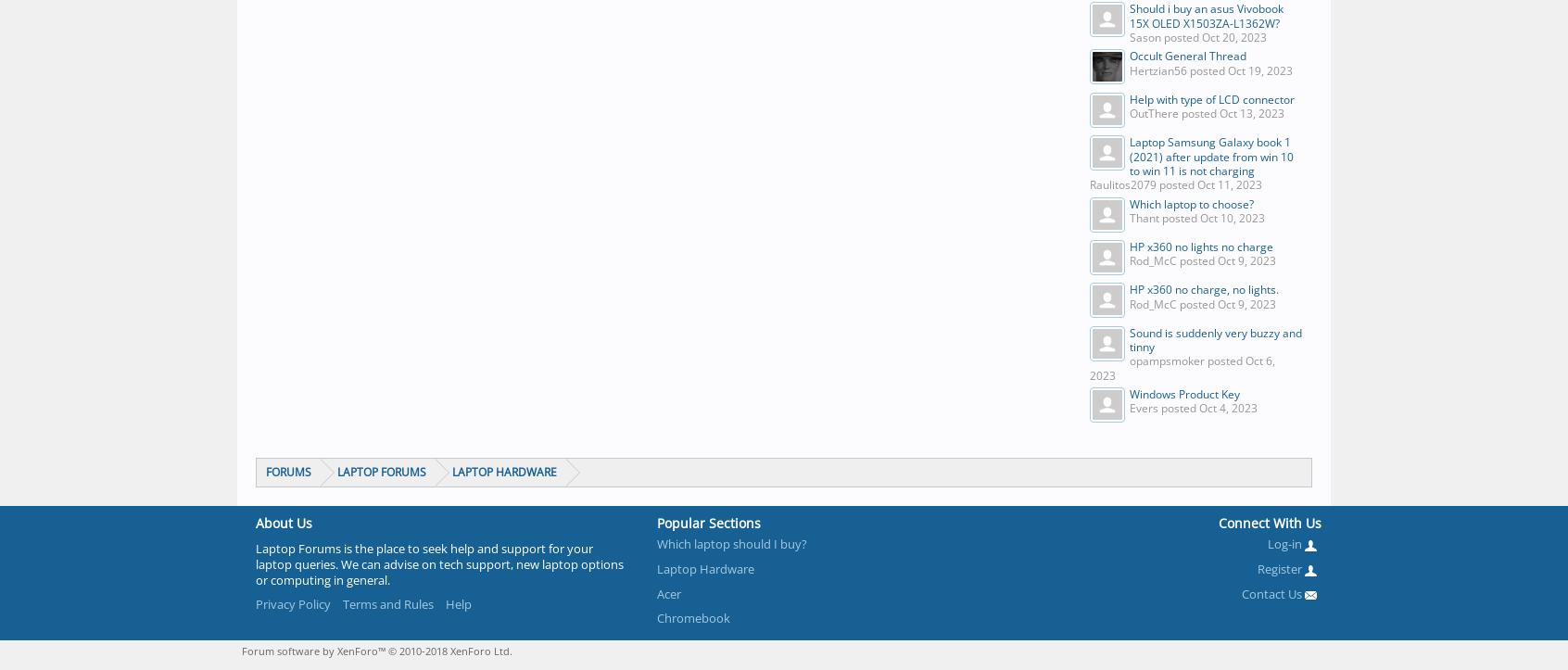  Describe the element at coordinates (1273, 592) in the screenshot. I see `'Contact Us'` at that location.